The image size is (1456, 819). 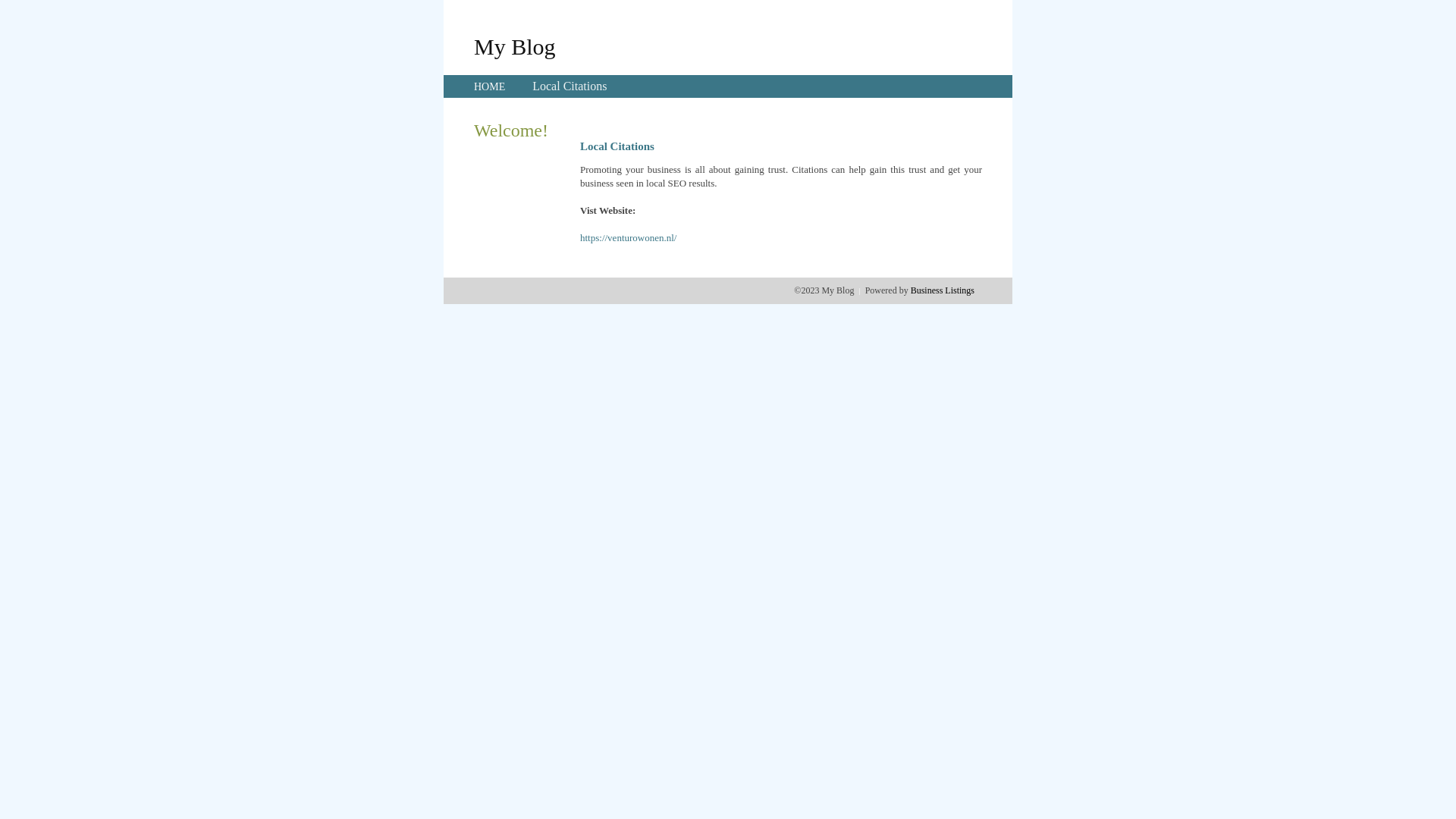 What do you see at coordinates (489, 86) in the screenshot?
I see `'HOME'` at bounding box center [489, 86].